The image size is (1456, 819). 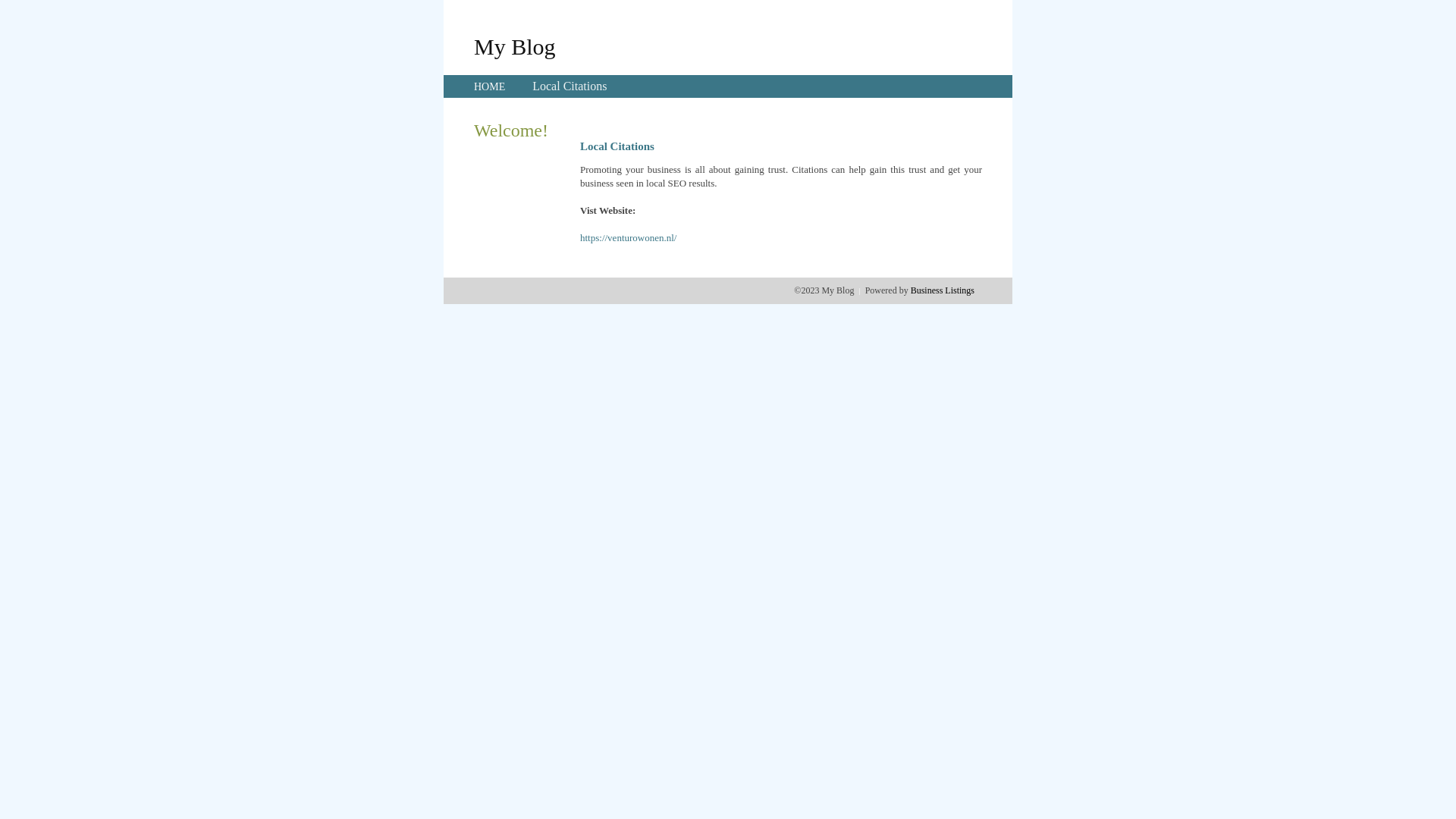 What do you see at coordinates (489, 86) in the screenshot?
I see `'HOME'` at bounding box center [489, 86].